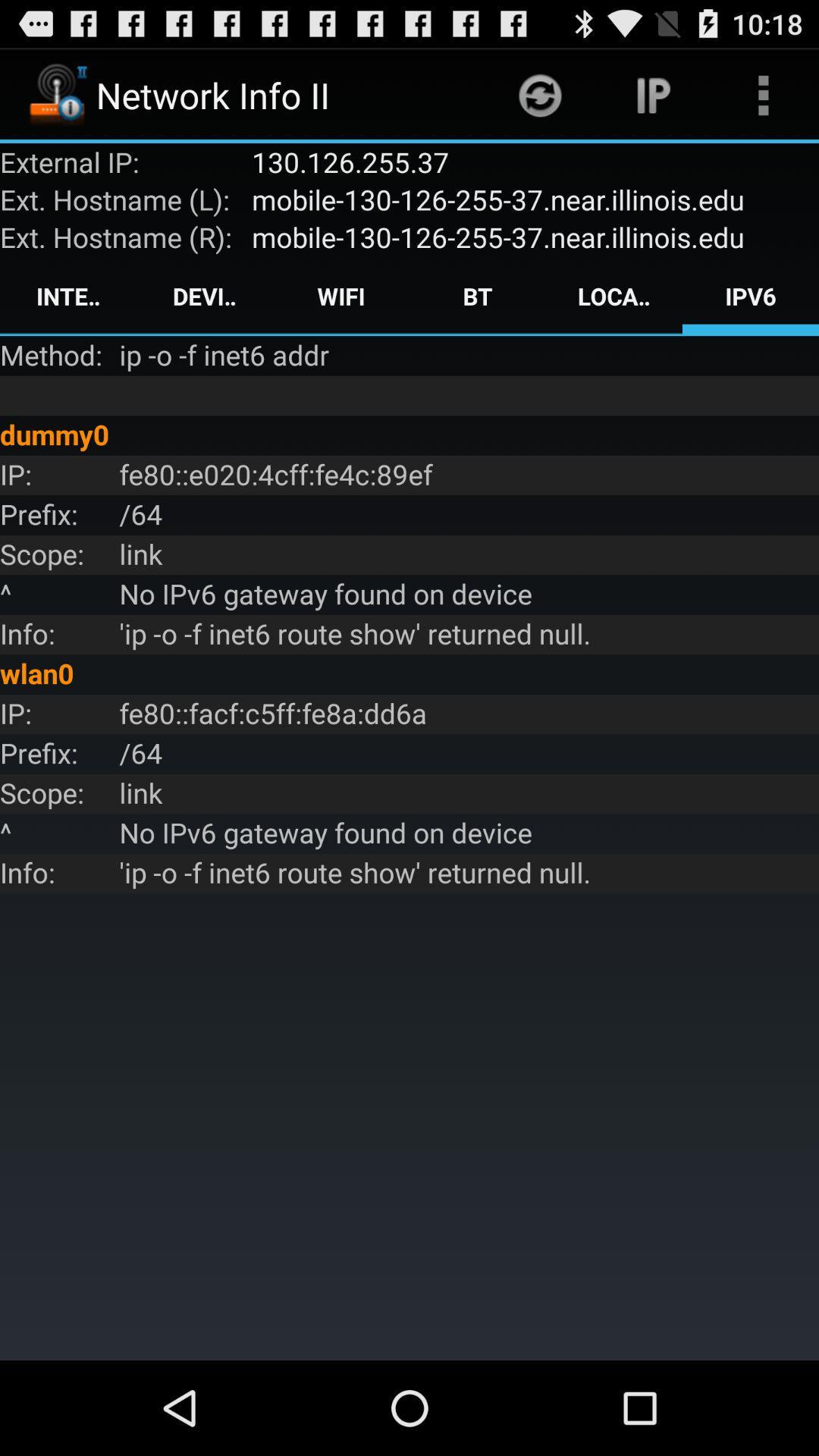  Describe the element at coordinates (67, 296) in the screenshot. I see `icon below the ext. hostname (r): item` at that location.